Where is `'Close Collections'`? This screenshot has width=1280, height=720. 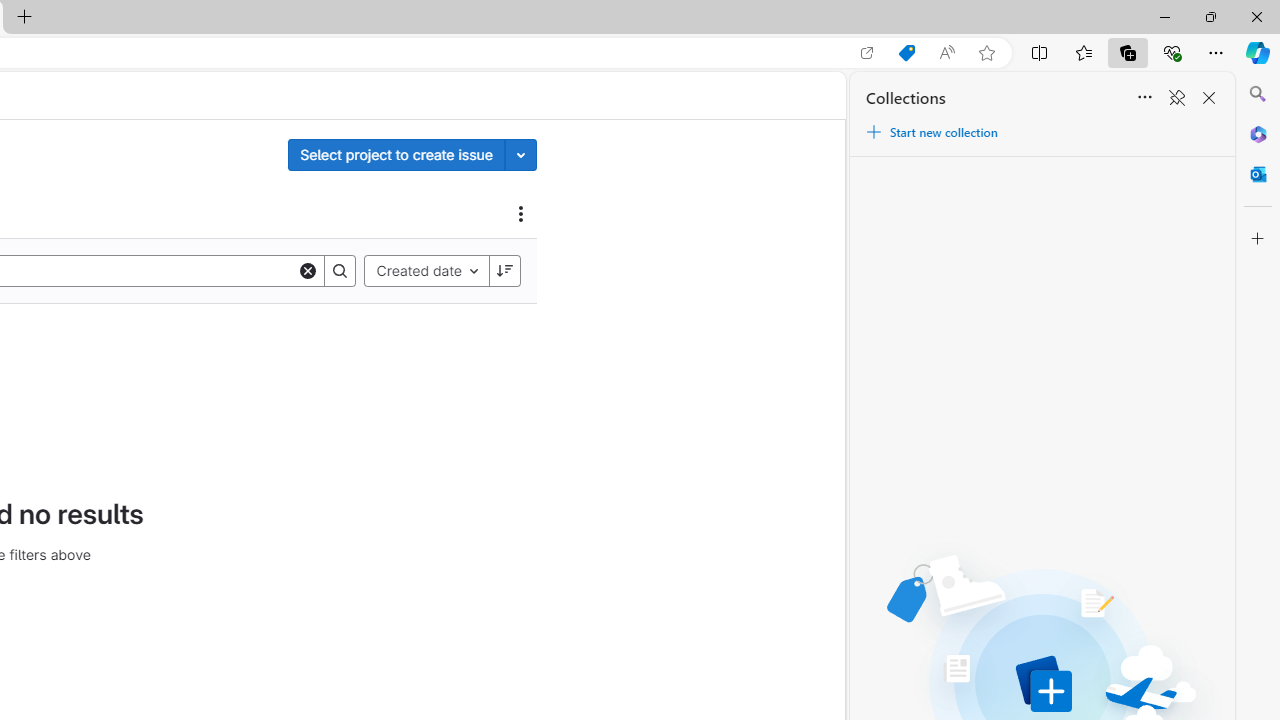 'Close Collections' is located at coordinates (1207, 98).